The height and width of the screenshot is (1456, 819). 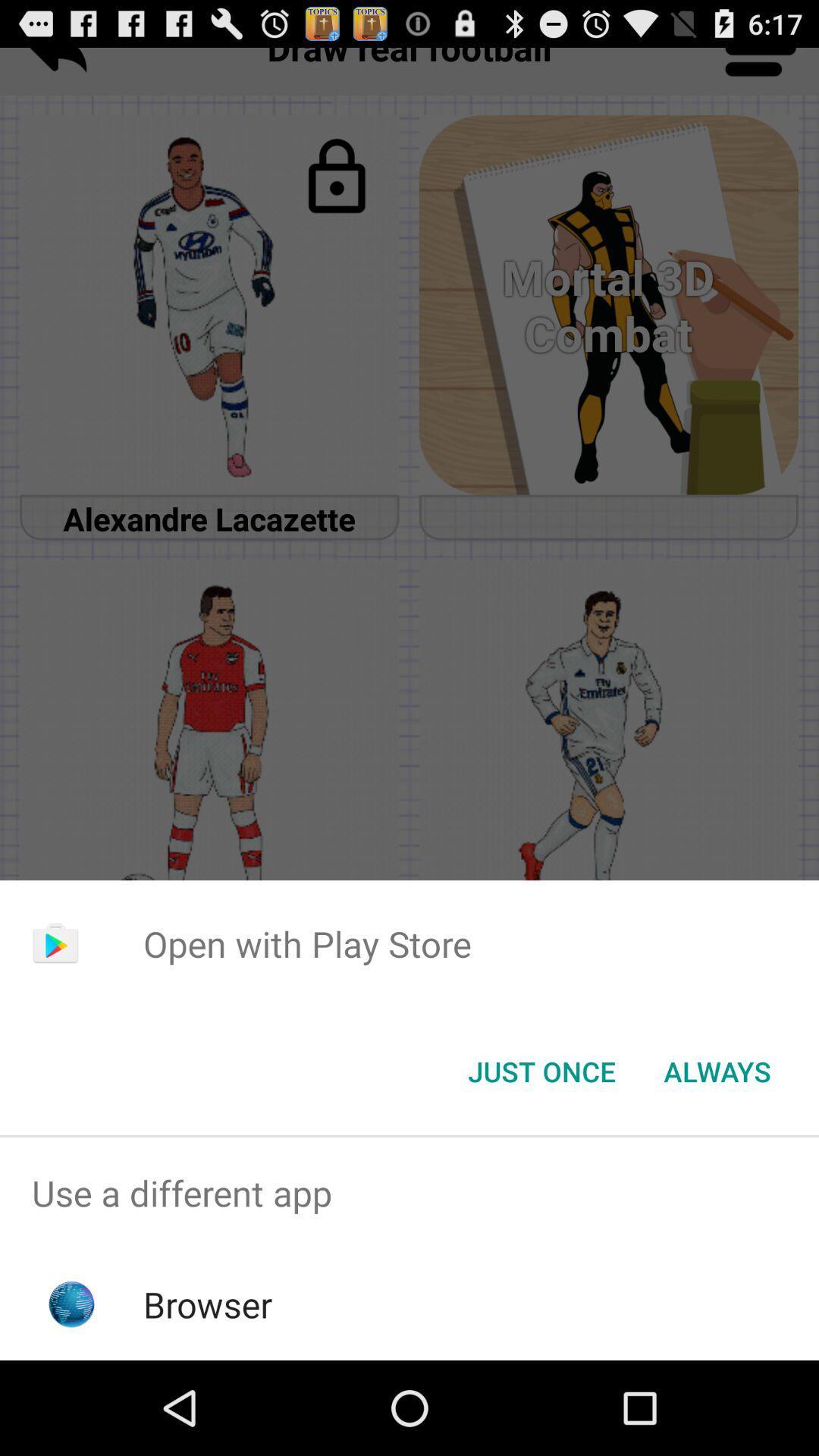 What do you see at coordinates (541, 1070) in the screenshot?
I see `the icon below the open with play` at bounding box center [541, 1070].